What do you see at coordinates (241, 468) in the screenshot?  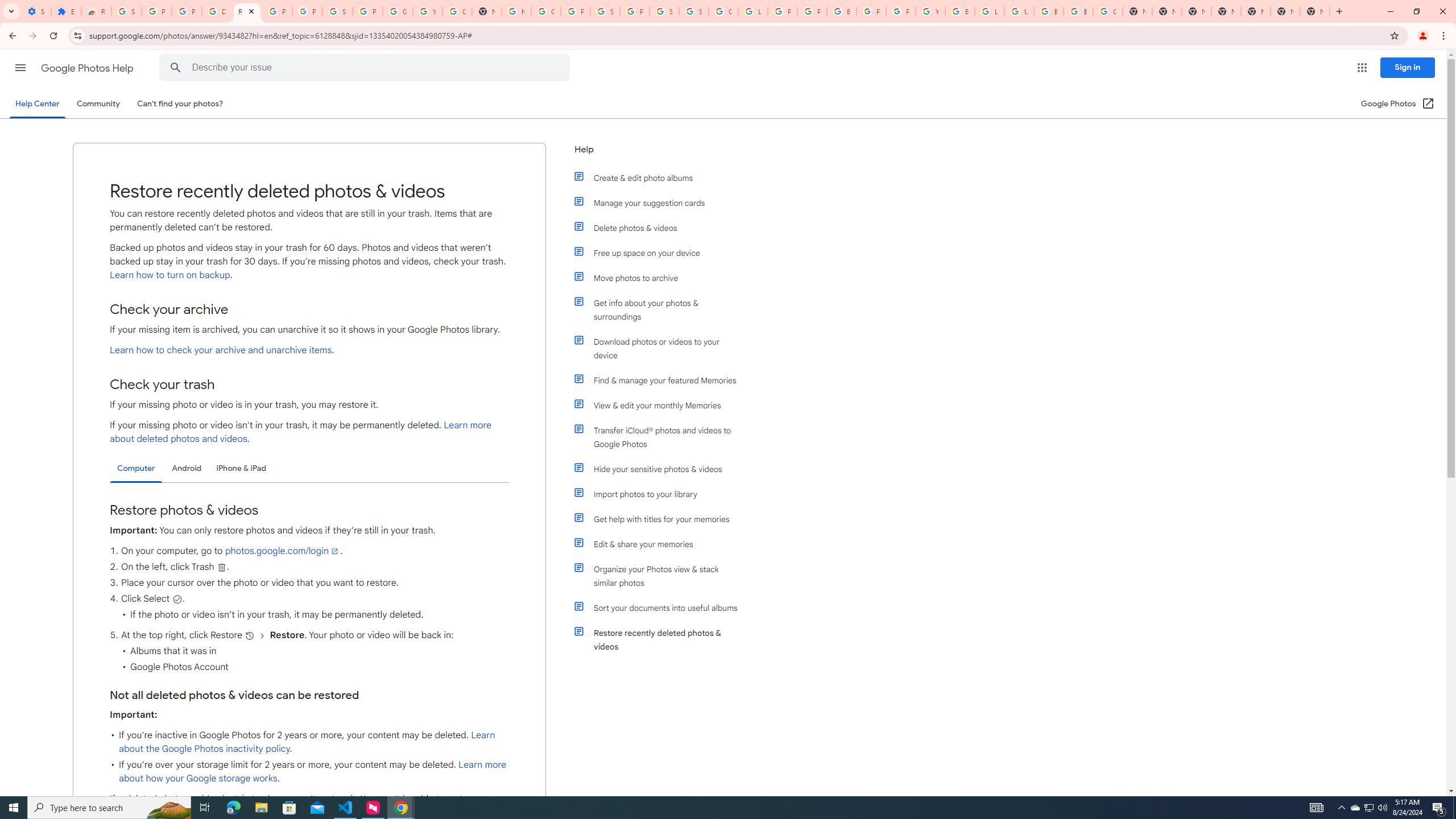 I see `'iPhone & iPad'` at bounding box center [241, 468].